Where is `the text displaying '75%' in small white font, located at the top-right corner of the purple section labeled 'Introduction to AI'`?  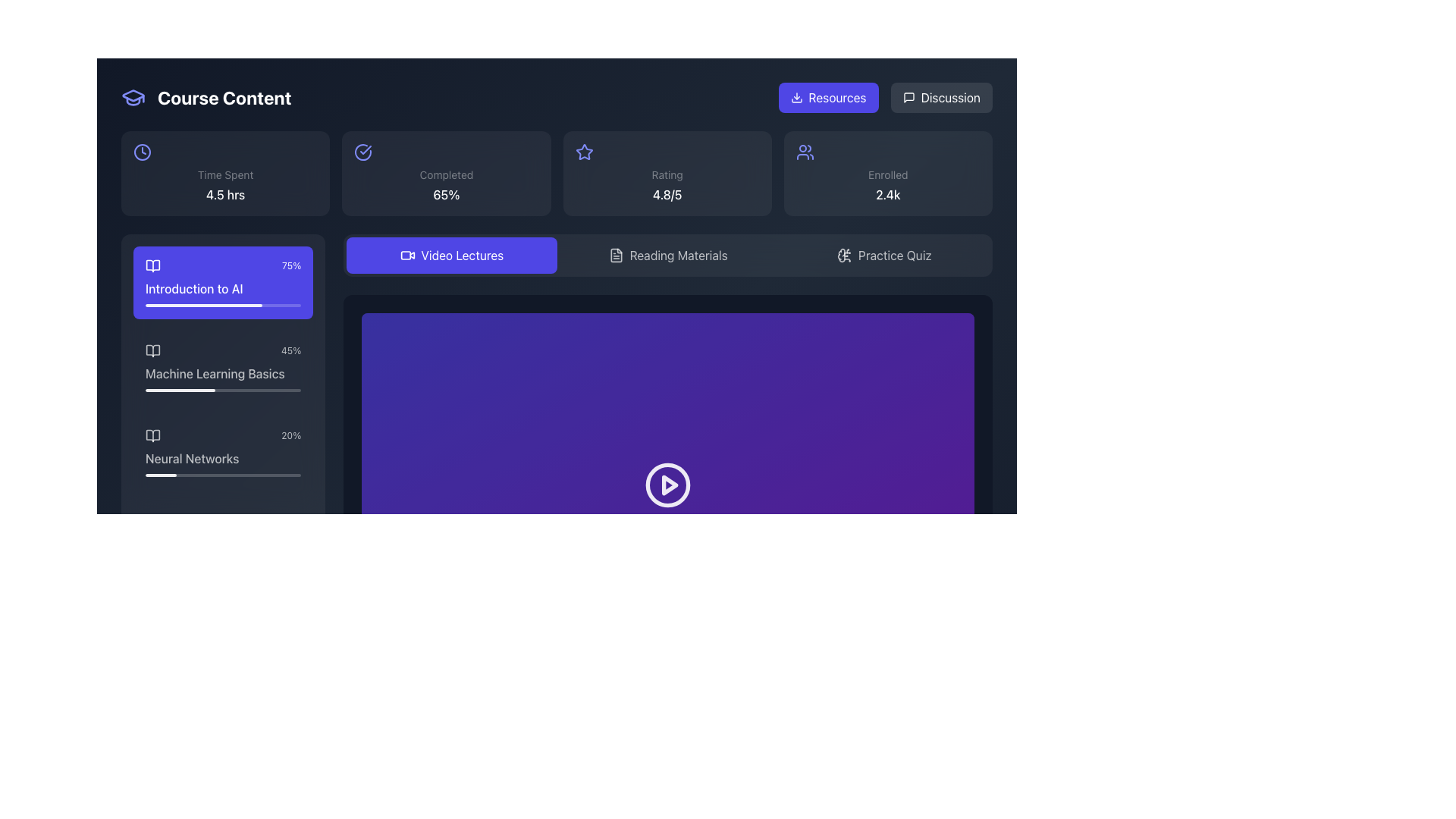 the text displaying '75%' in small white font, located at the top-right corner of the purple section labeled 'Introduction to AI' is located at coordinates (291, 265).